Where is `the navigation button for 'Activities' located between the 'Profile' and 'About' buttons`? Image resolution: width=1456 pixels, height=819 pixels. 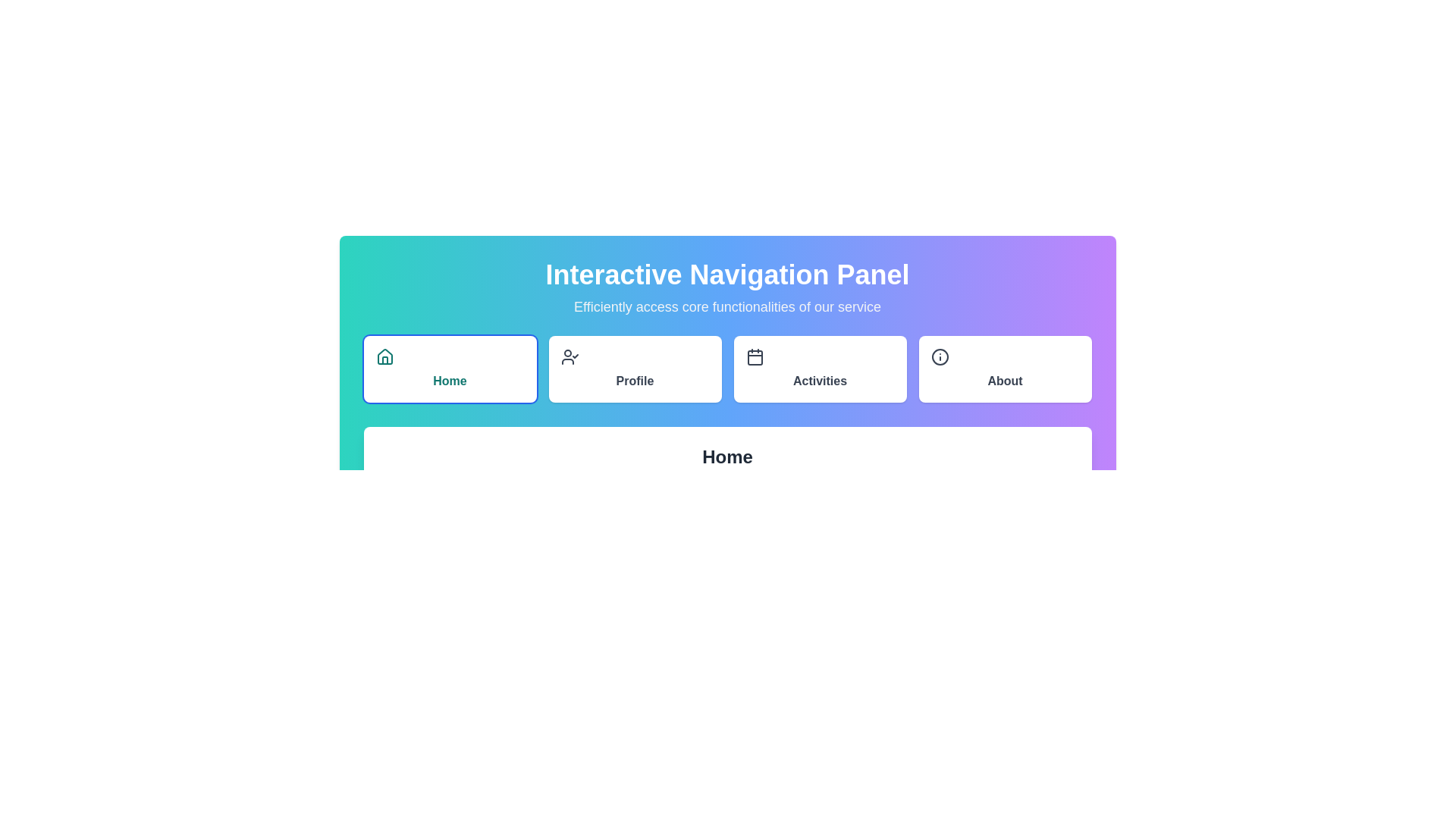
the navigation button for 'Activities' located between the 'Profile' and 'About' buttons is located at coordinates (819, 369).